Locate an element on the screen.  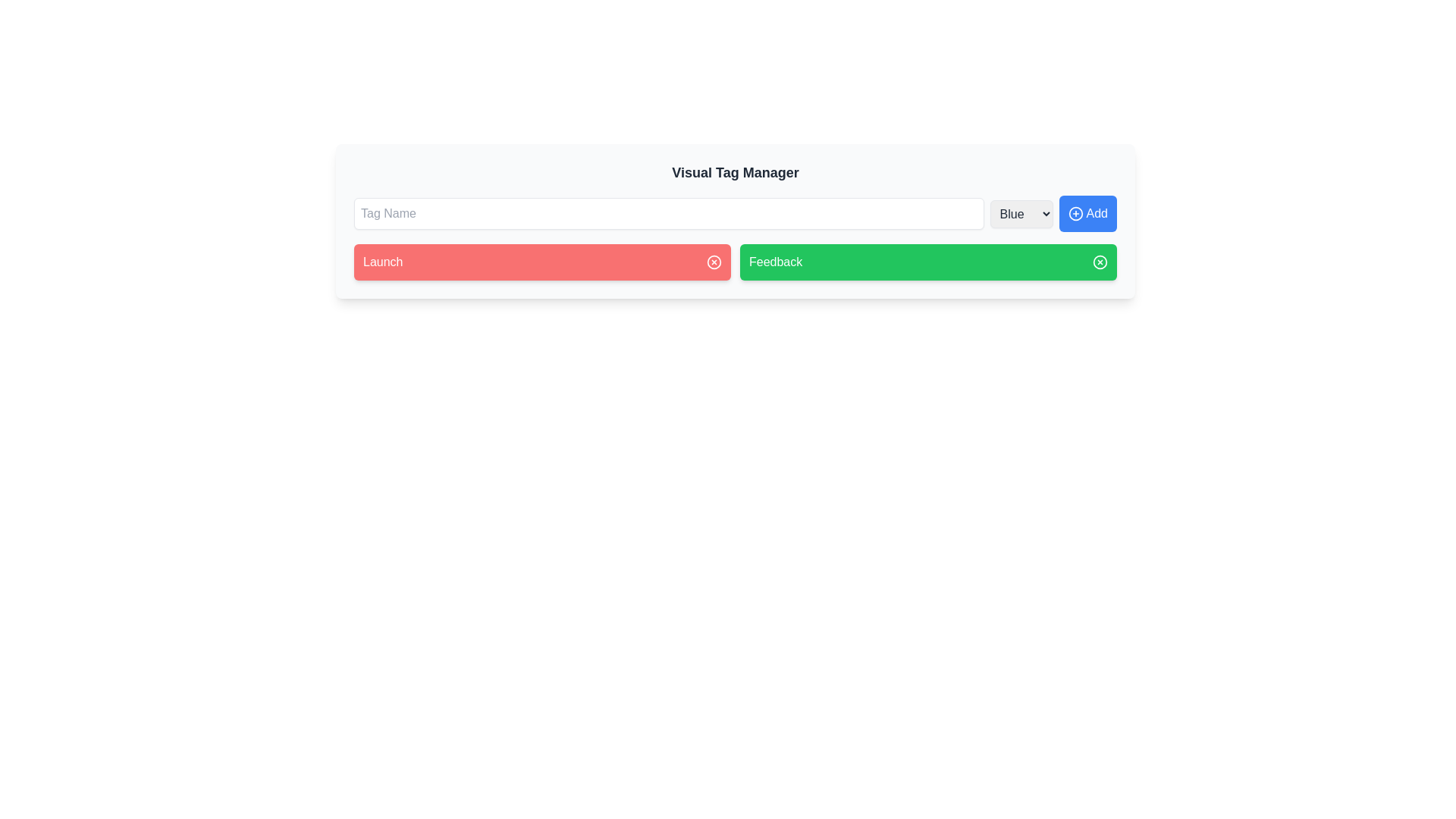
the close icon button located at the far right corner of the 'Launch' red button is located at coordinates (713, 262).